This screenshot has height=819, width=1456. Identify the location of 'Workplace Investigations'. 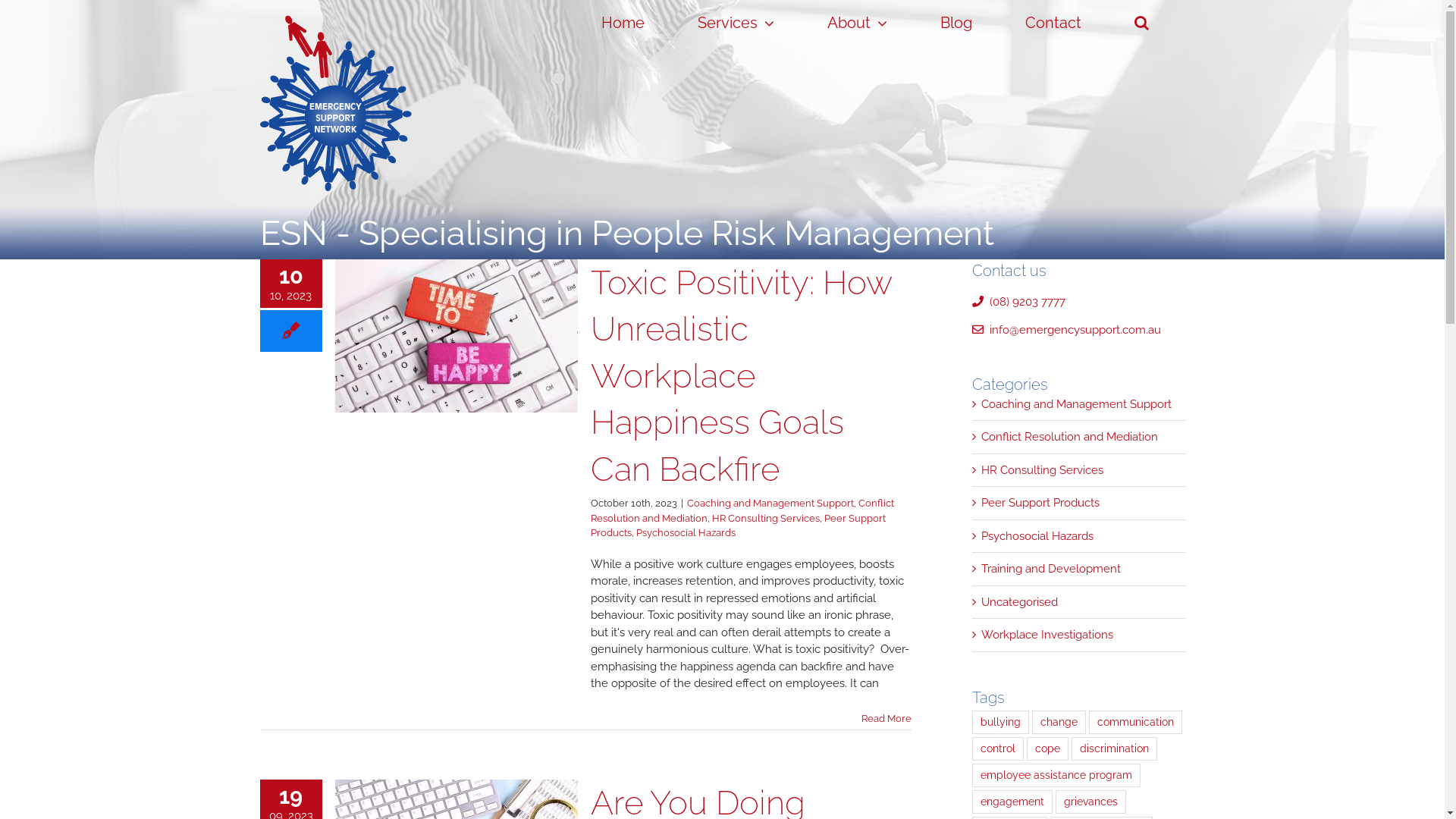
(1078, 635).